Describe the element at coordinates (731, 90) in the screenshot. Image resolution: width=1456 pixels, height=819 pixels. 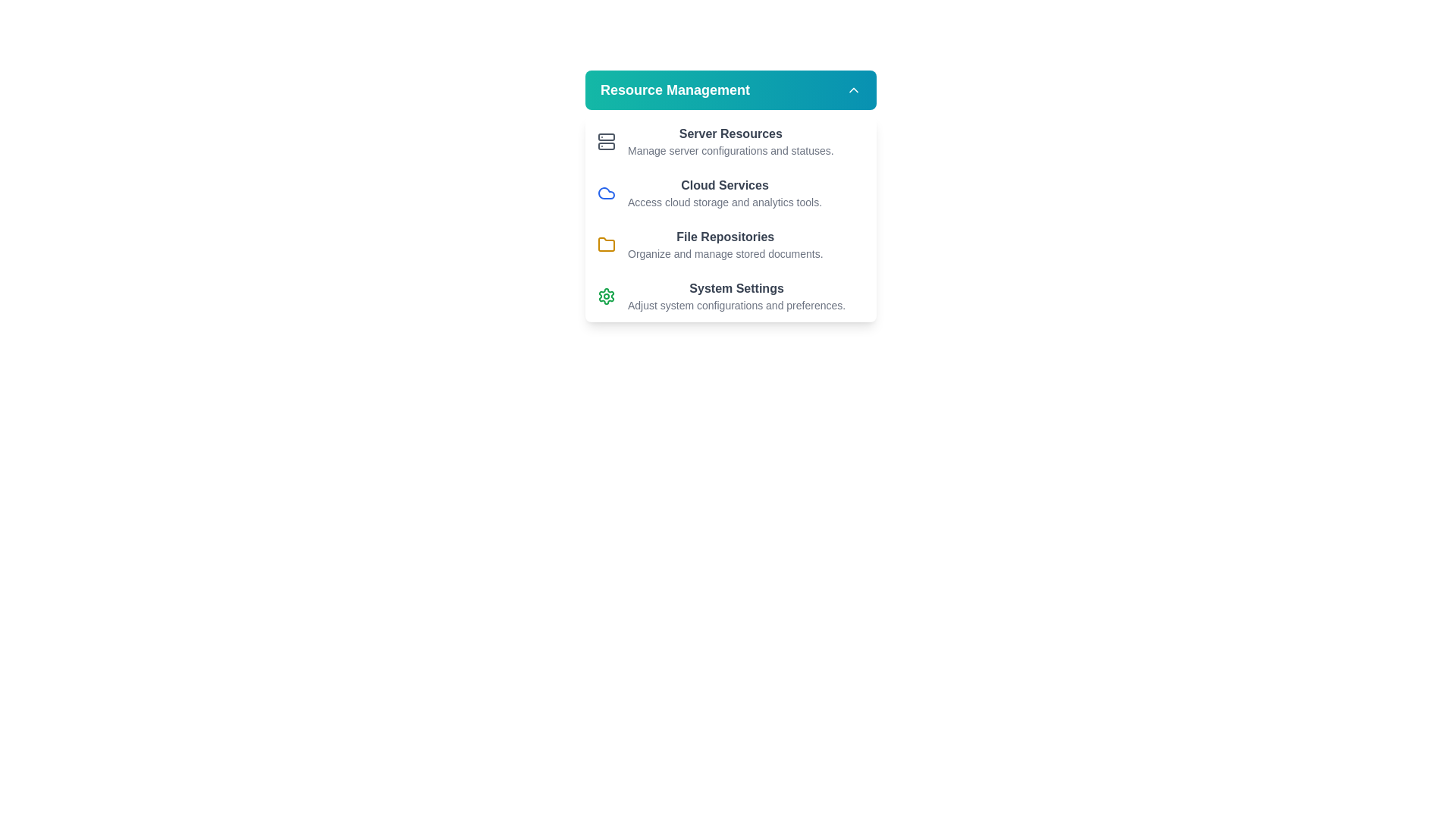
I see `the Dropdown header located at the top of the dropdown menu structure, which serves as a toggle to expand or collapse the menu` at that location.